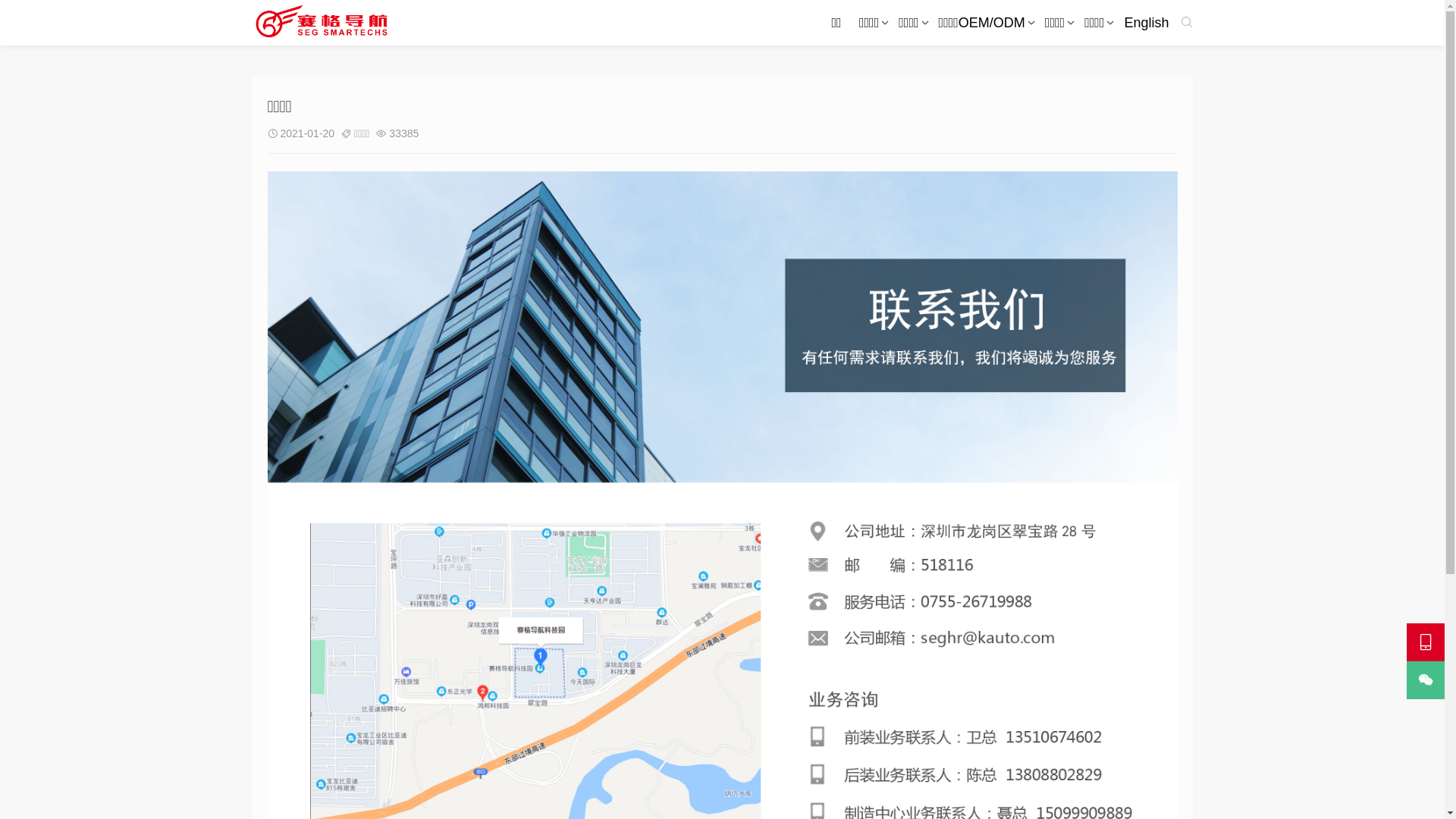  What do you see at coordinates (1146, 23) in the screenshot?
I see `'English'` at bounding box center [1146, 23].